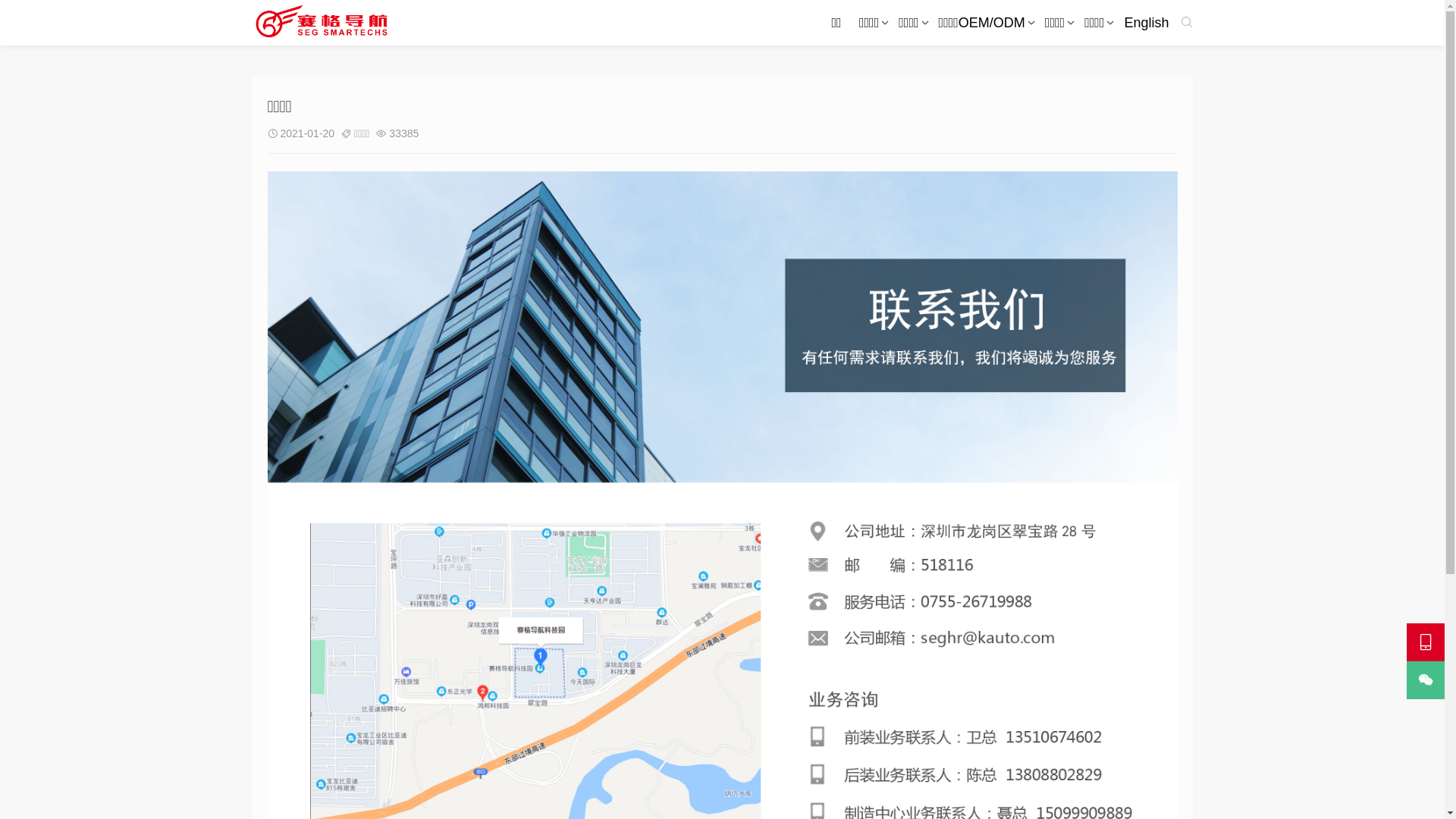  What do you see at coordinates (1146, 23) in the screenshot?
I see `'English'` at bounding box center [1146, 23].